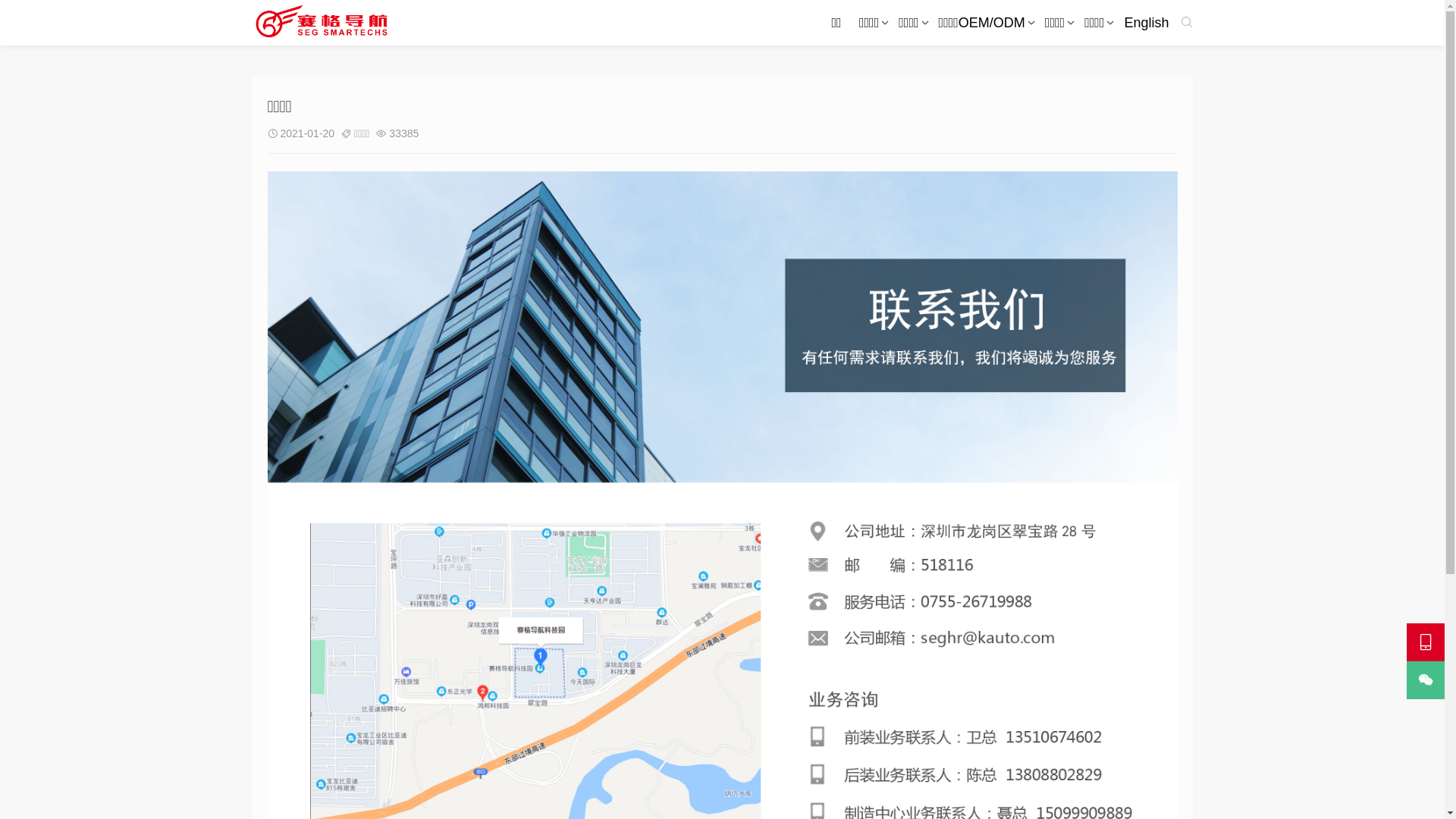  What do you see at coordinates (1146, 23) in the screenshot?
I see `'English'` at bounding box center [1146, 23].